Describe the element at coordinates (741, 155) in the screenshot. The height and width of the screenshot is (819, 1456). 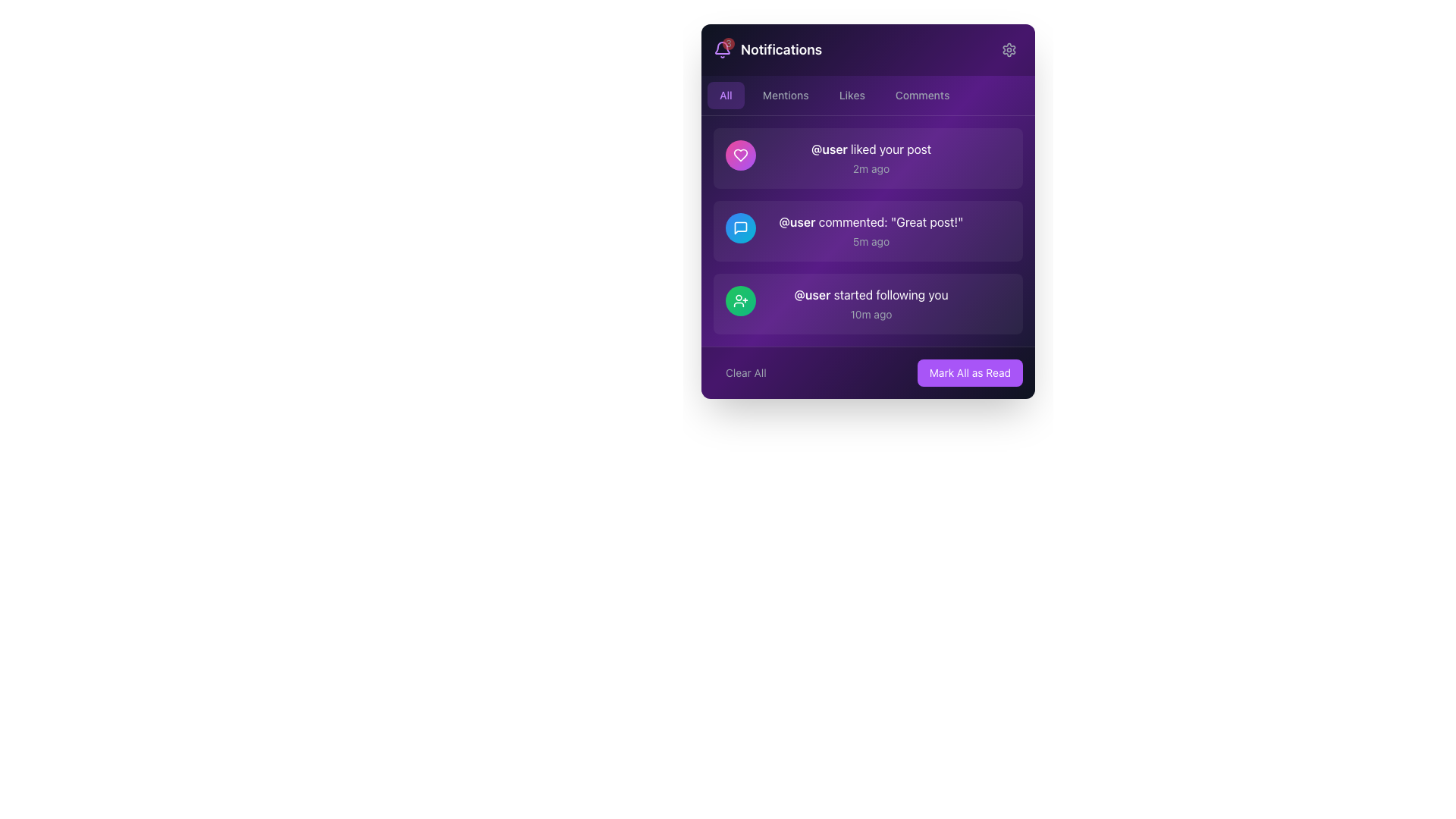
I see `the like notification icon, which is the first element in the notification item row indicating a user liked your post` at that location.